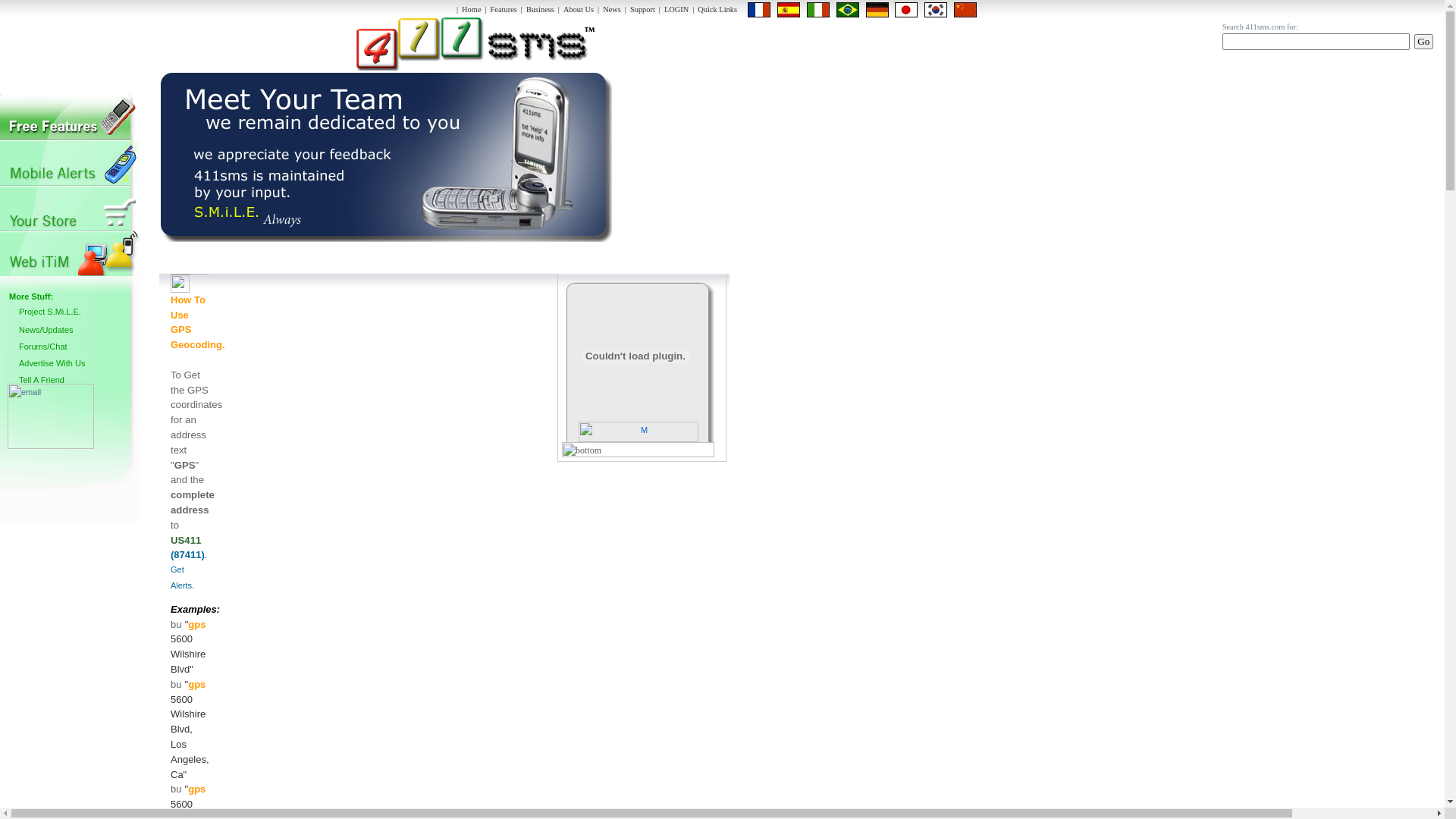  Describe the element at coordinates (79, 348) in the screenshot. I see `'Forums/Chat'` at that location.